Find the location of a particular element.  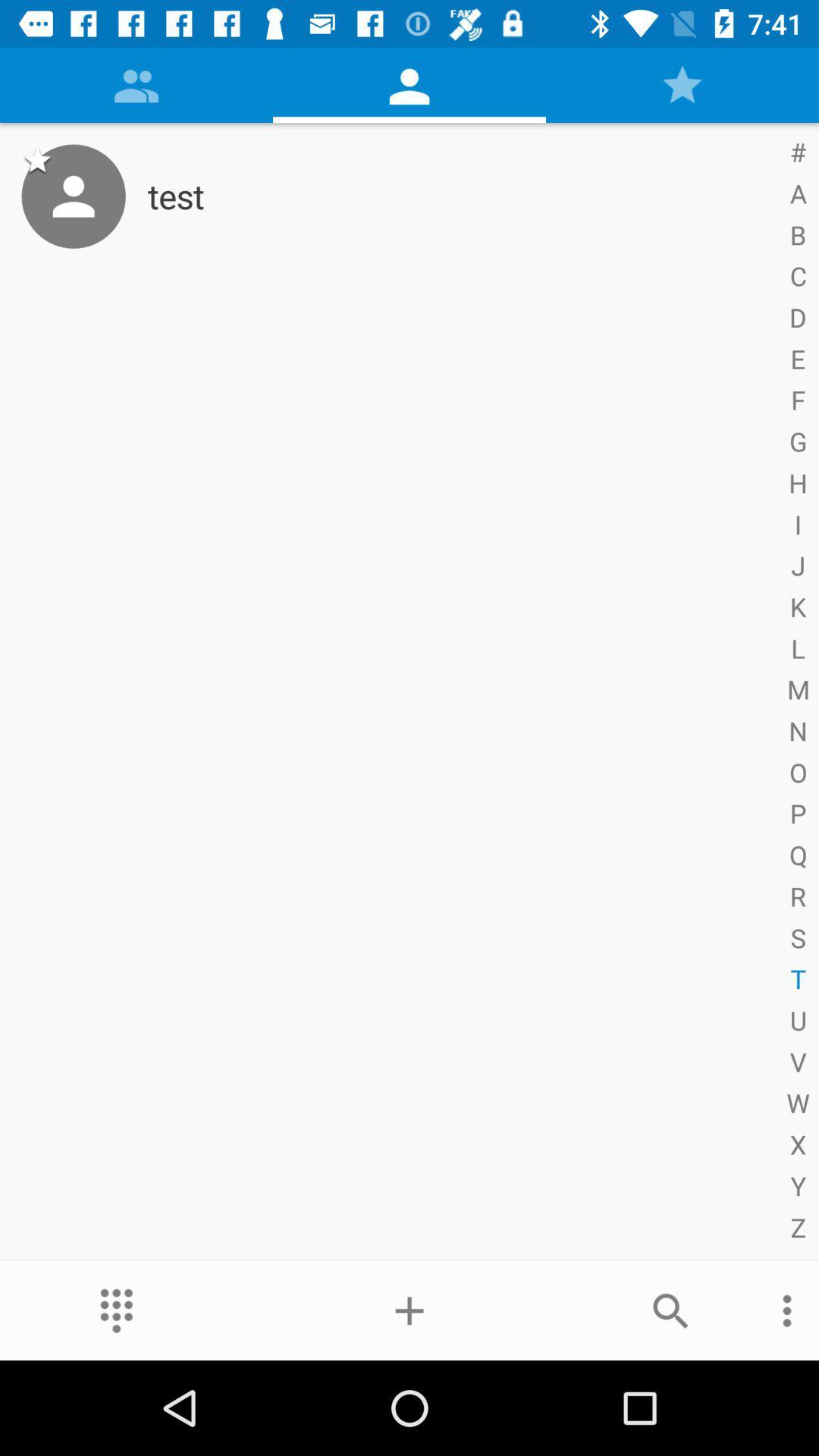

the more icon is located at coordinates (786, 1310).